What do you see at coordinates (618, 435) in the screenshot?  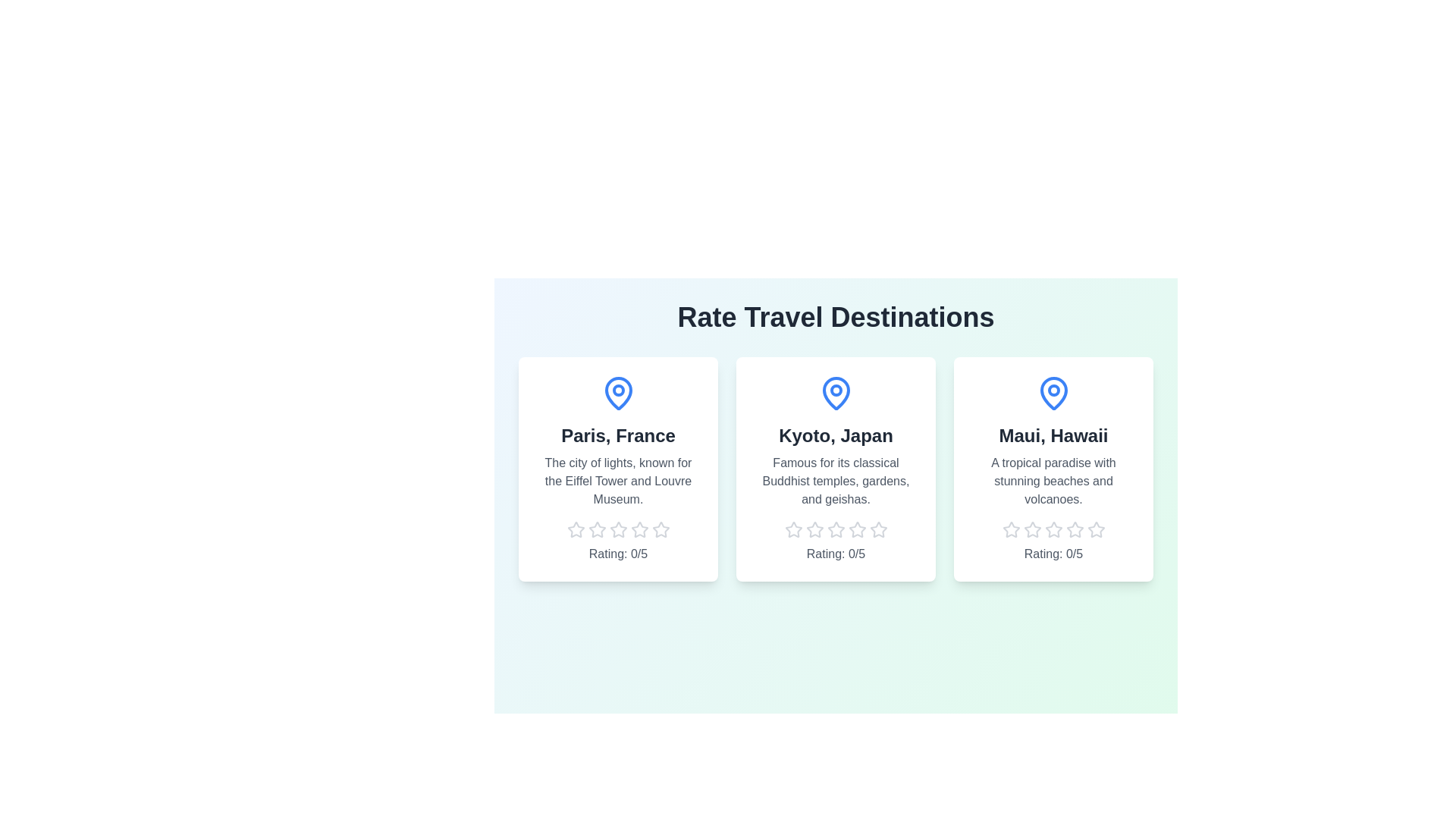 I see `the destination card to view its name and location` at bounding box center [618, 435].